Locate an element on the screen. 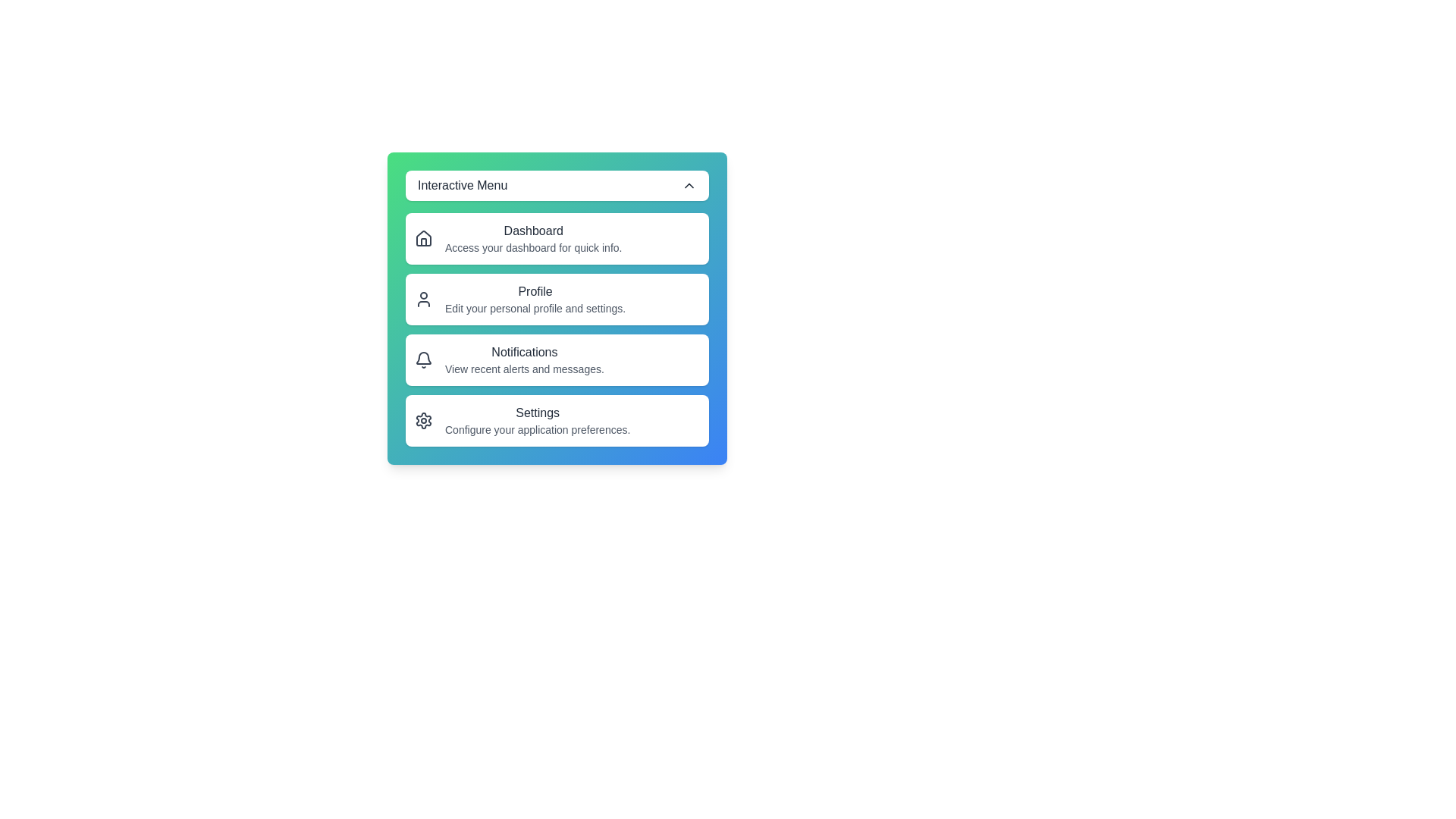 The image size is (1456, 819). toggle button to change the visibility of the menu is located at coordinates (556, 185).